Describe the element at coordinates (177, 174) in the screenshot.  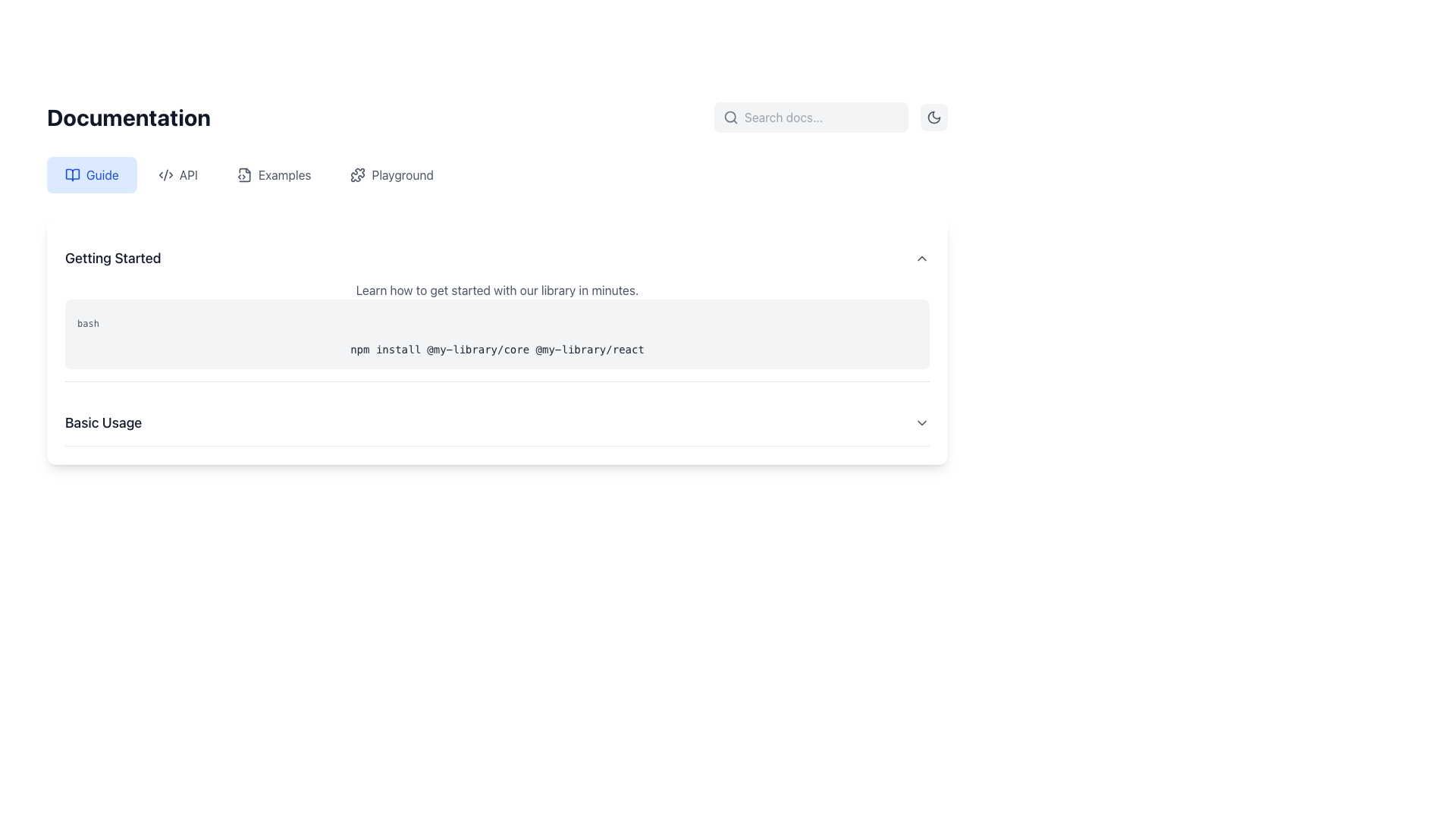
I see `the navigation button that serves as a link to the API documentation, located beneath the 'Documentation' title as the second item from the left` at that location.